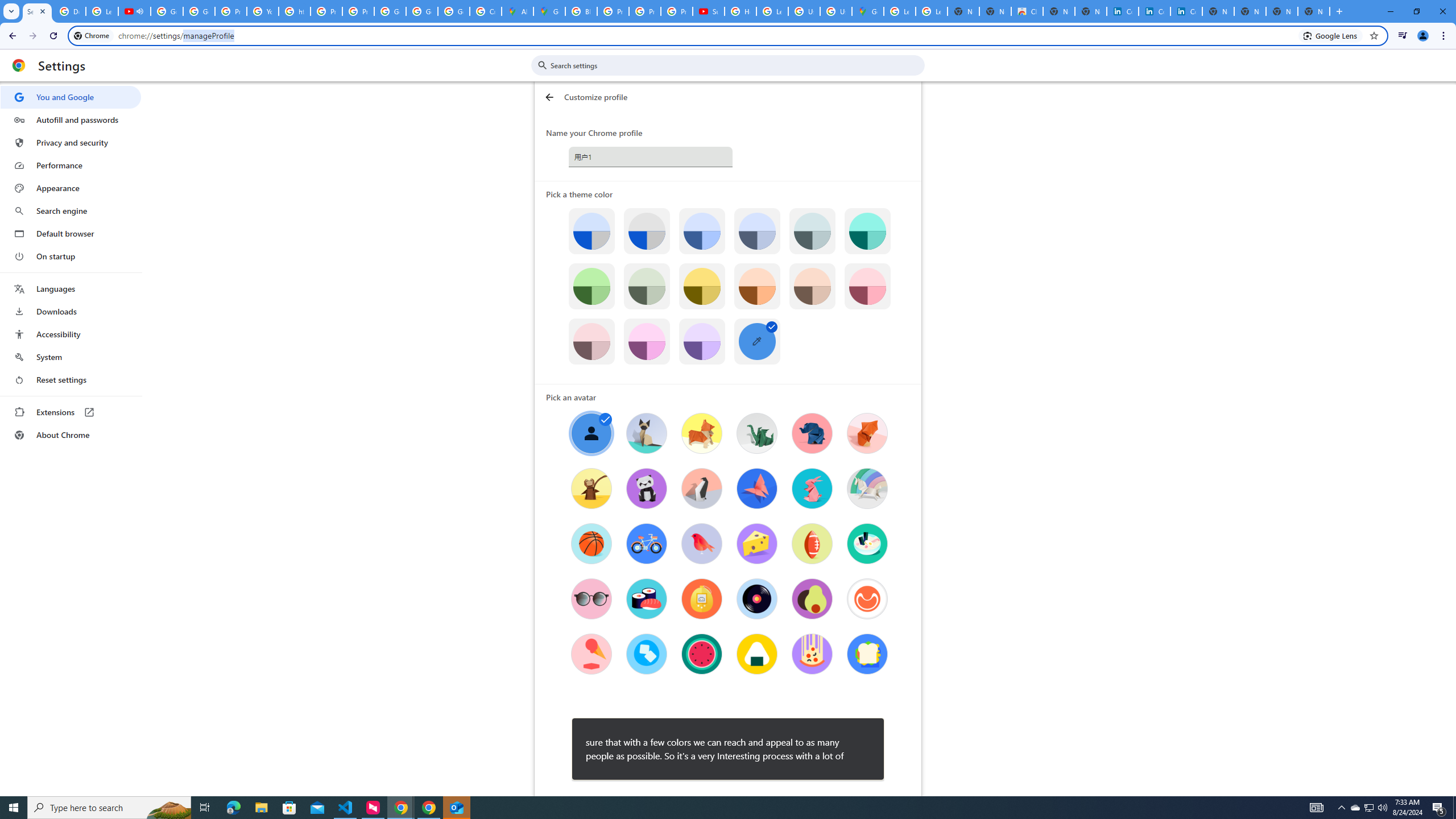  I want to click on 'AutomationID: menu', so click(71, 266).